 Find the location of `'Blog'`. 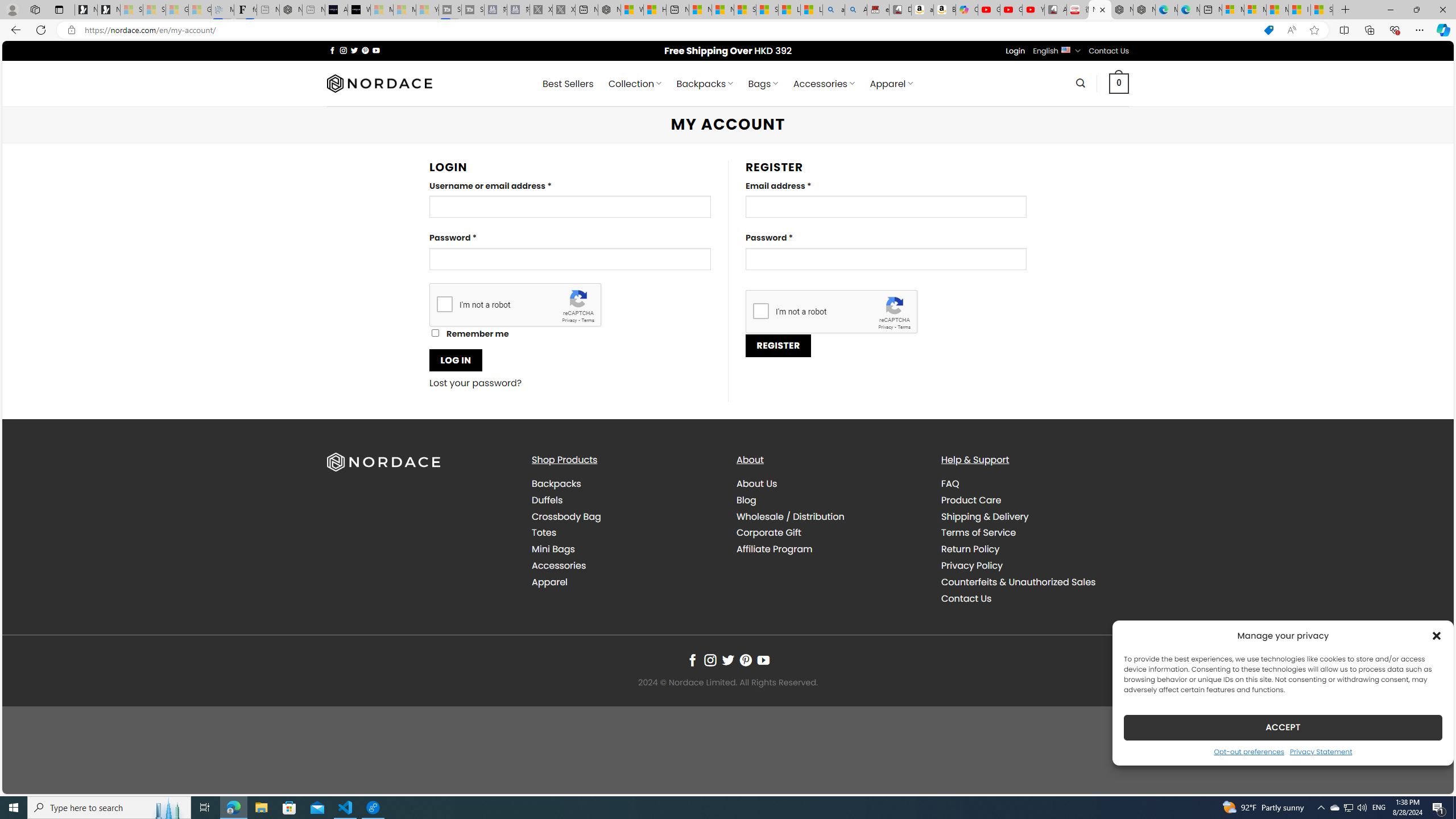

'Blog' is located at coordinates (746, 499).